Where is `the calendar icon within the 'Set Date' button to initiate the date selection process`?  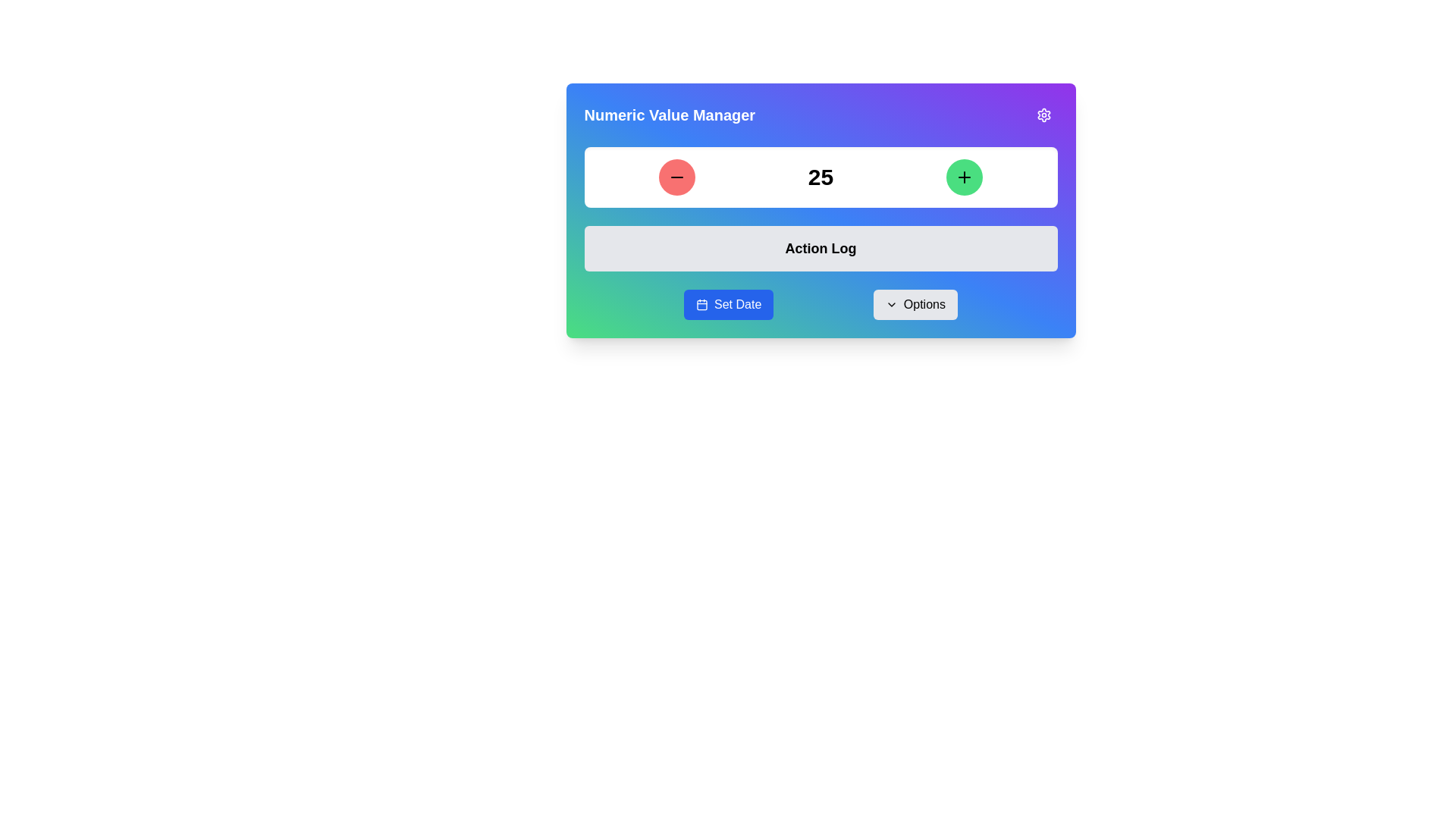
the calendar icon within the 'Set Date' button to initiate the date selection process is located at coordinates (701, 304).